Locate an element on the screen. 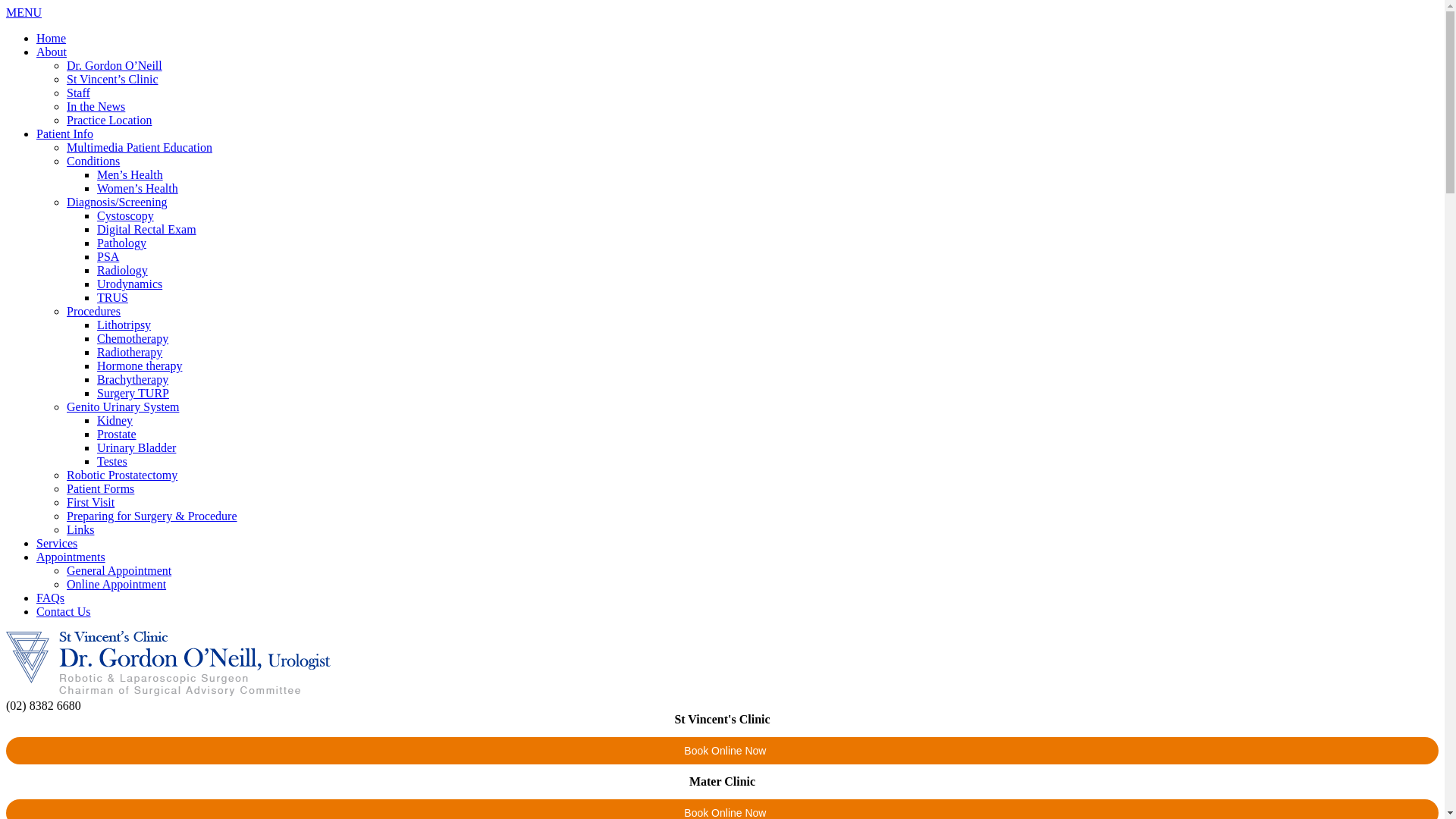  'Staff' is located at coordinates (65, 93).